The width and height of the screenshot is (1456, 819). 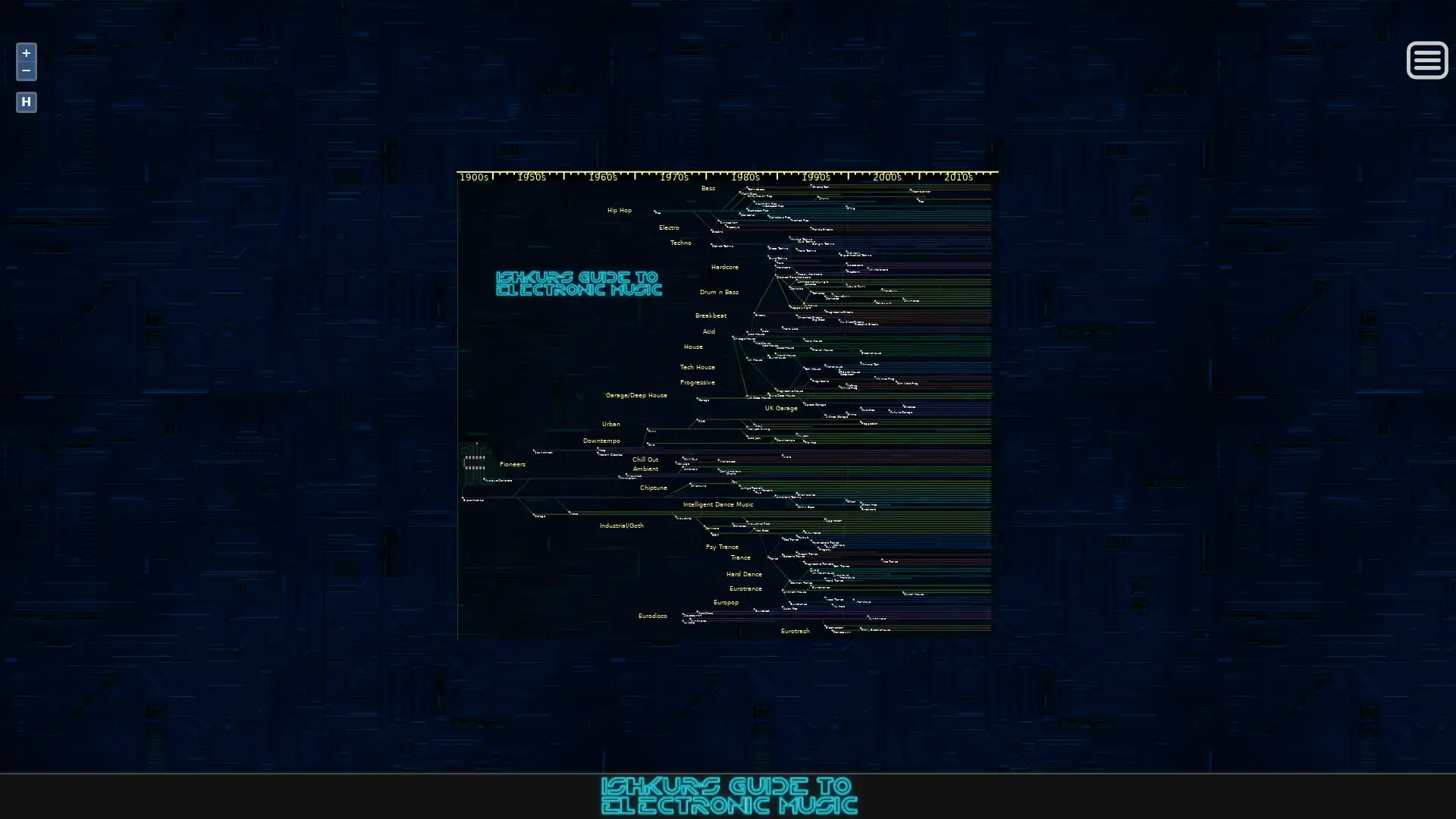 What do you see at coordinates (26, 52) in the screenshot?
I see `+` at bounding box center [26, 52].